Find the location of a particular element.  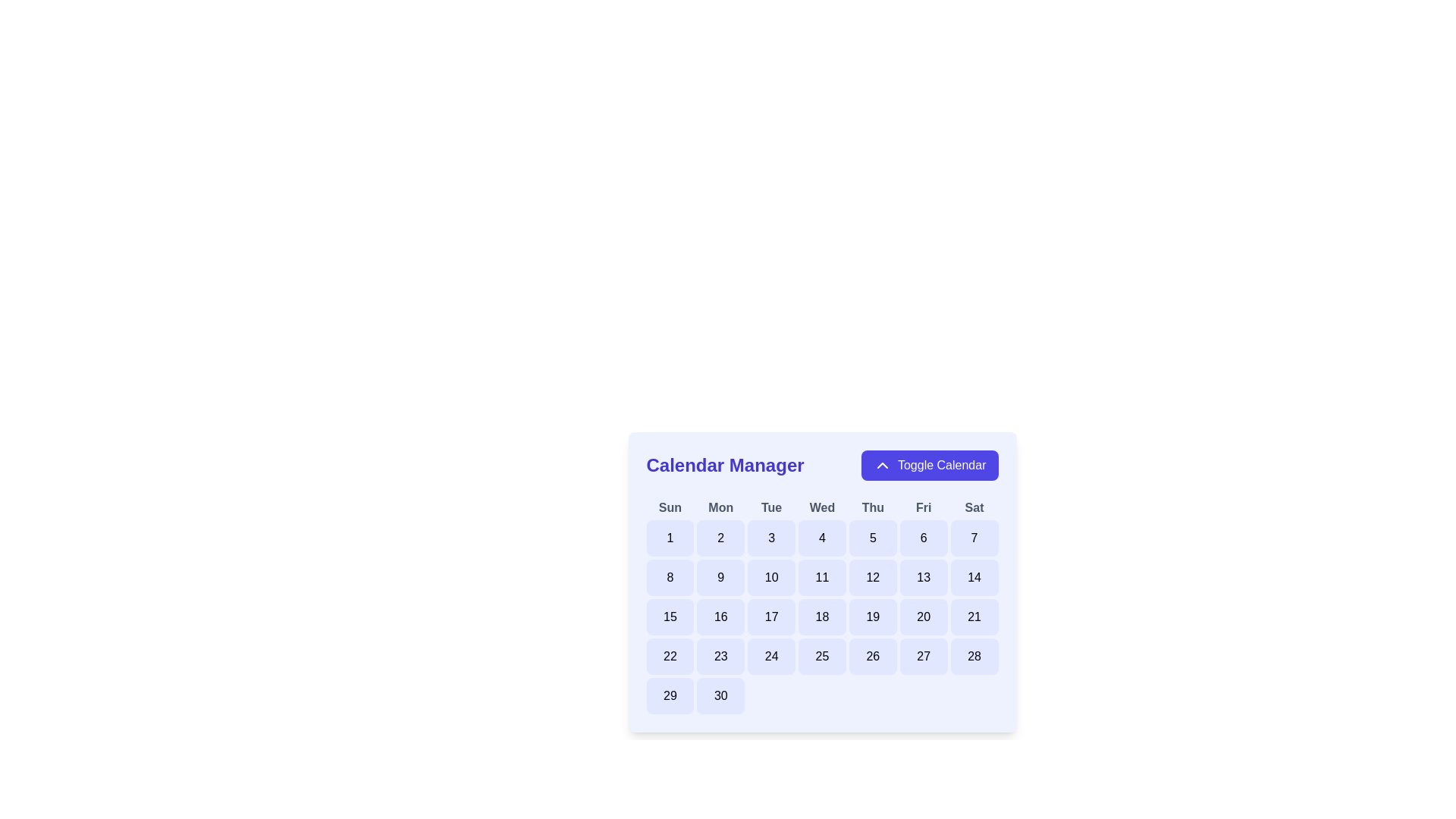

the calendar day button displaying '10' is located at coordinates (771, 578).